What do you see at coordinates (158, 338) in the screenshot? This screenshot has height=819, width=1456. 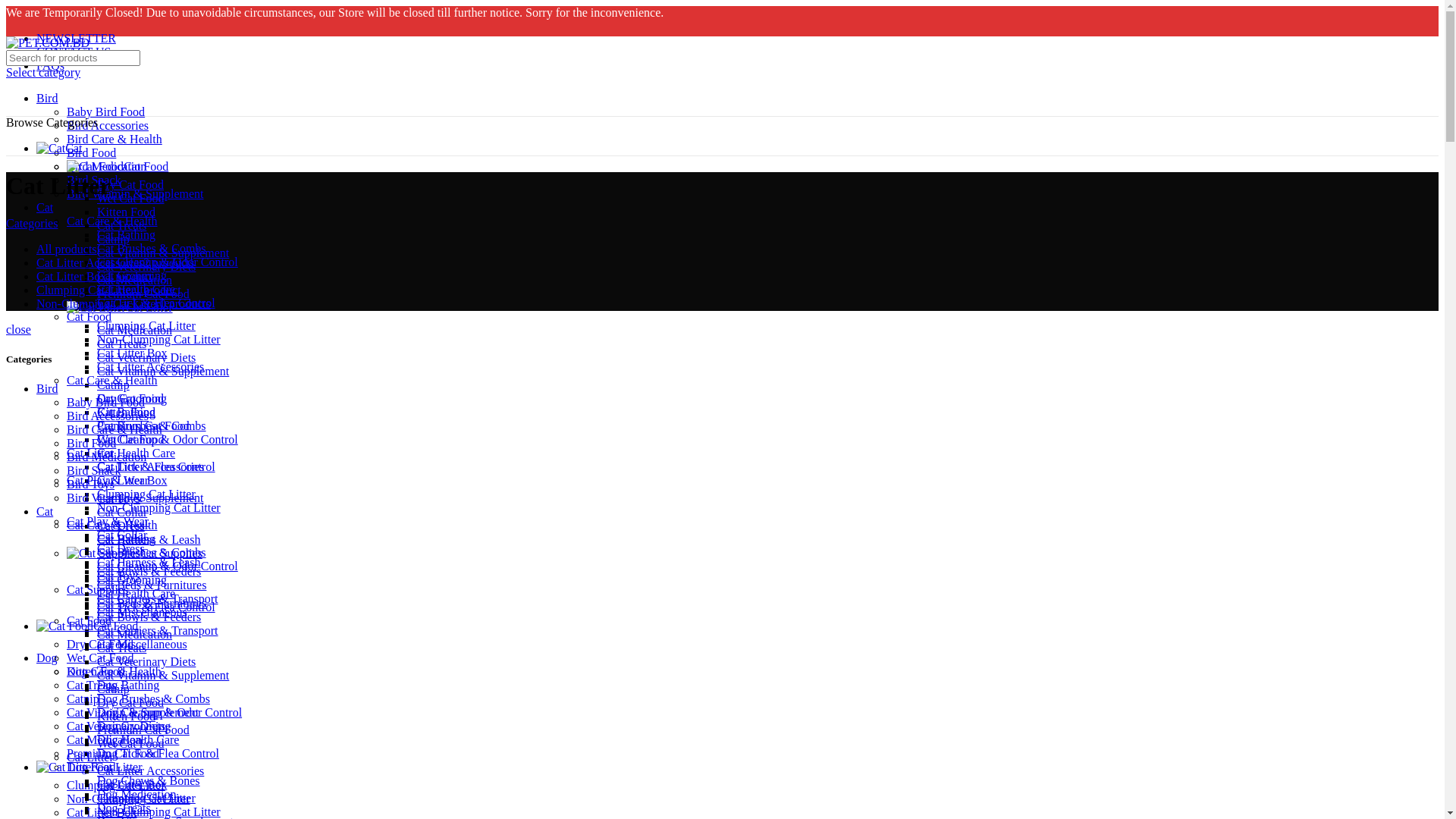 I see `'Non-Clumping Cat Litter'` at bounding box center [158, 338].